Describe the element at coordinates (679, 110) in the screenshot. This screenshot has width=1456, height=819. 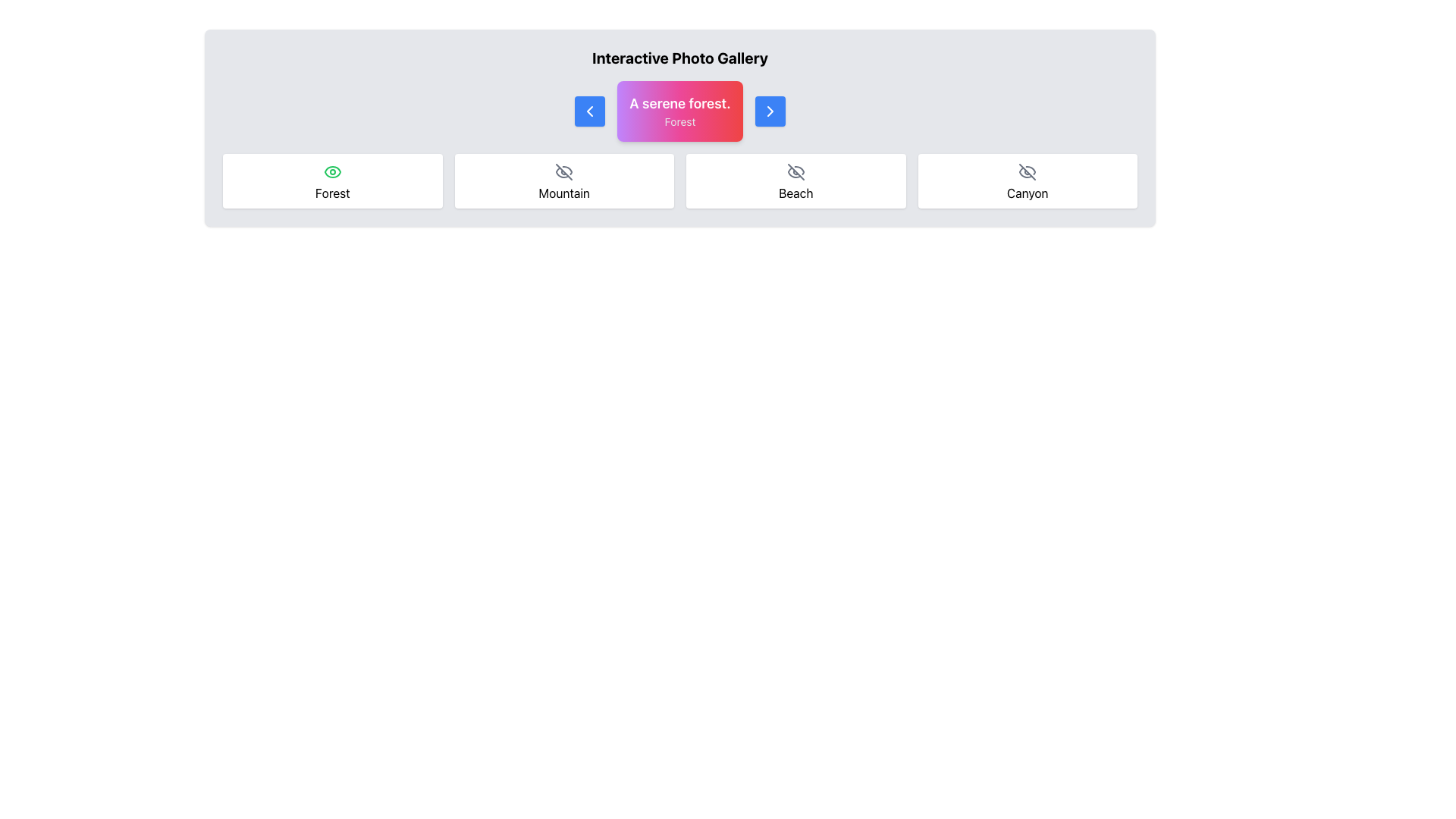
I see `the information displayed in the informational display located at the top center of the light gray panel, which showcases a descriptive title and subtitle, while being flanked by blue buttons with arrow icons` at that location.